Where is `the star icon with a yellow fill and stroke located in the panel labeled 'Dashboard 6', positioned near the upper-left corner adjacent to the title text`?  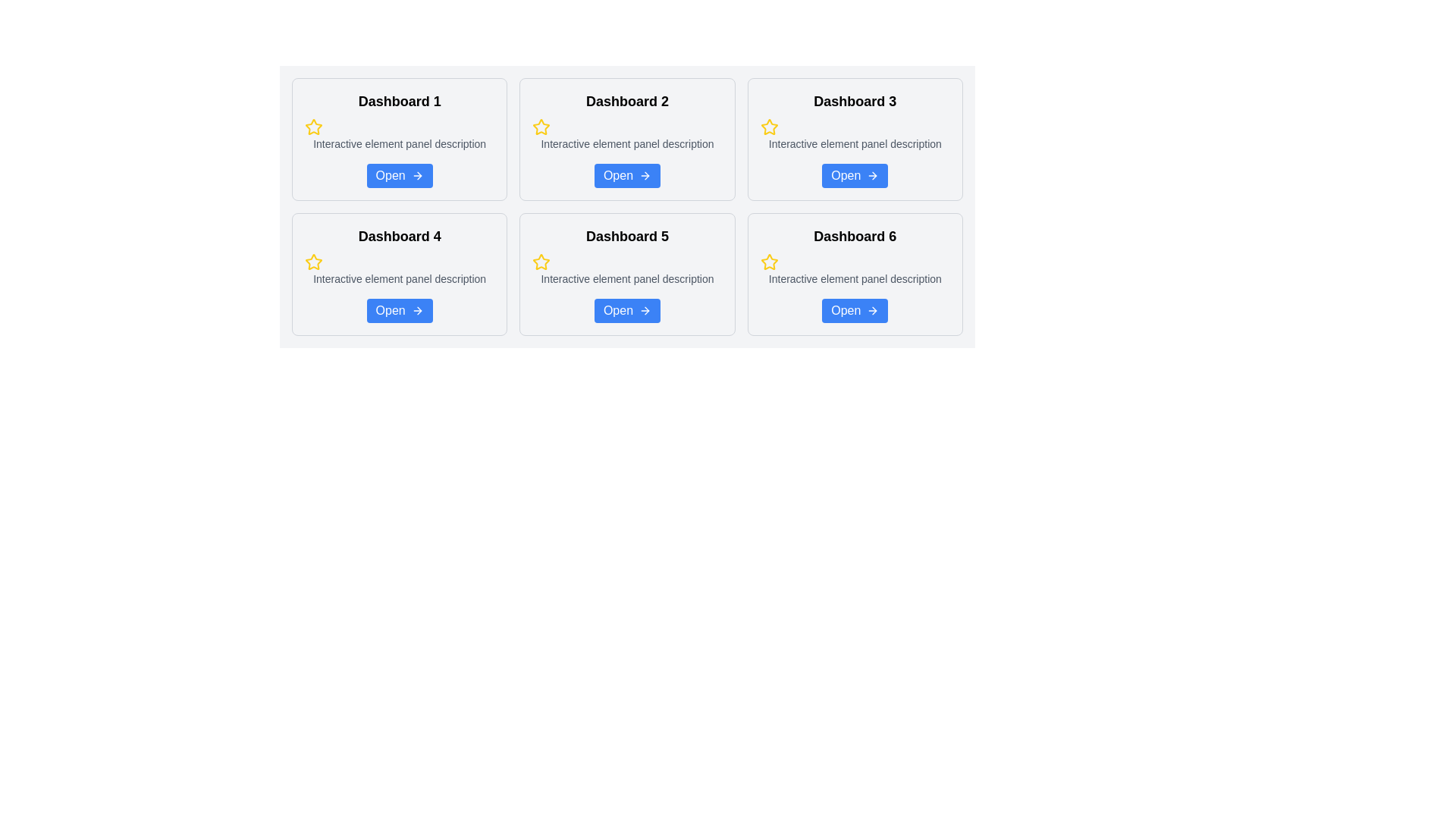 the star icon with a yellow fill and stroke located in the panel labeled 'Dashboard 6', positioned near the upper-left corner adjacent to the title text is located at coordinates (769, 262).